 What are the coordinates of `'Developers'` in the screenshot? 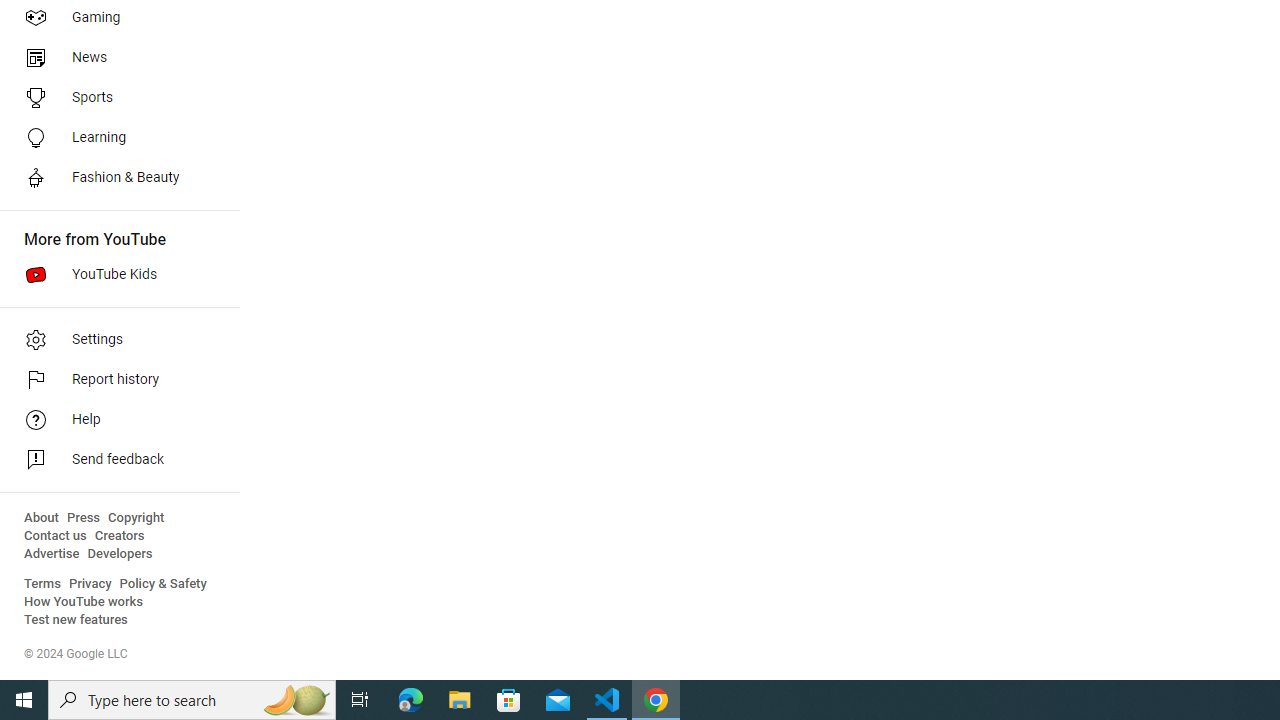 It's located at (119, 554).